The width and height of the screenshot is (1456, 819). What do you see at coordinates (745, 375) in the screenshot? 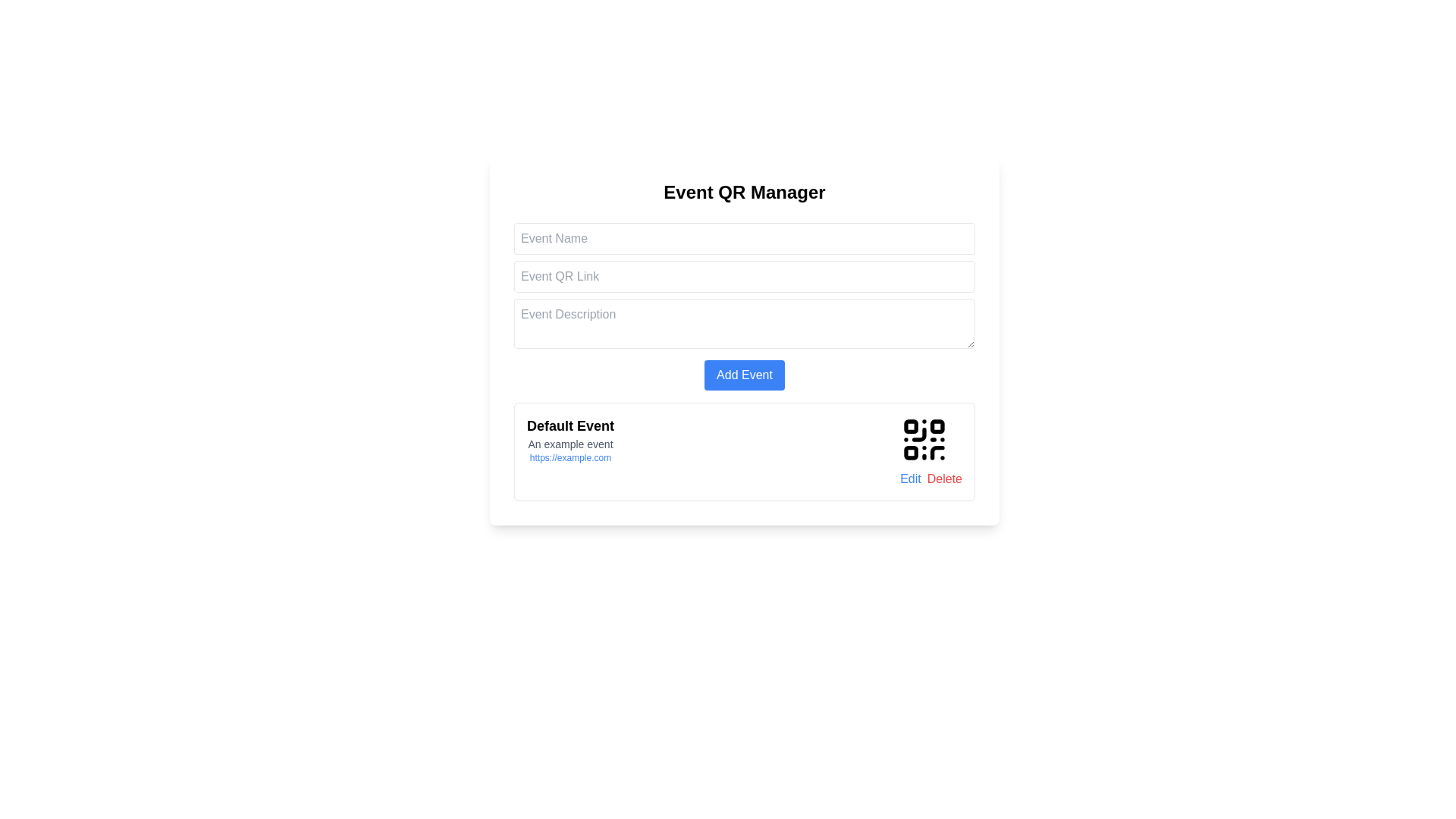
I see `the 'Add Event' button, which has a blue background and white text, positioned centrally below the input fields for 'Event Name,' 'Event QR Link,' and 'Event Description.'` at bounding box center [745, 375].